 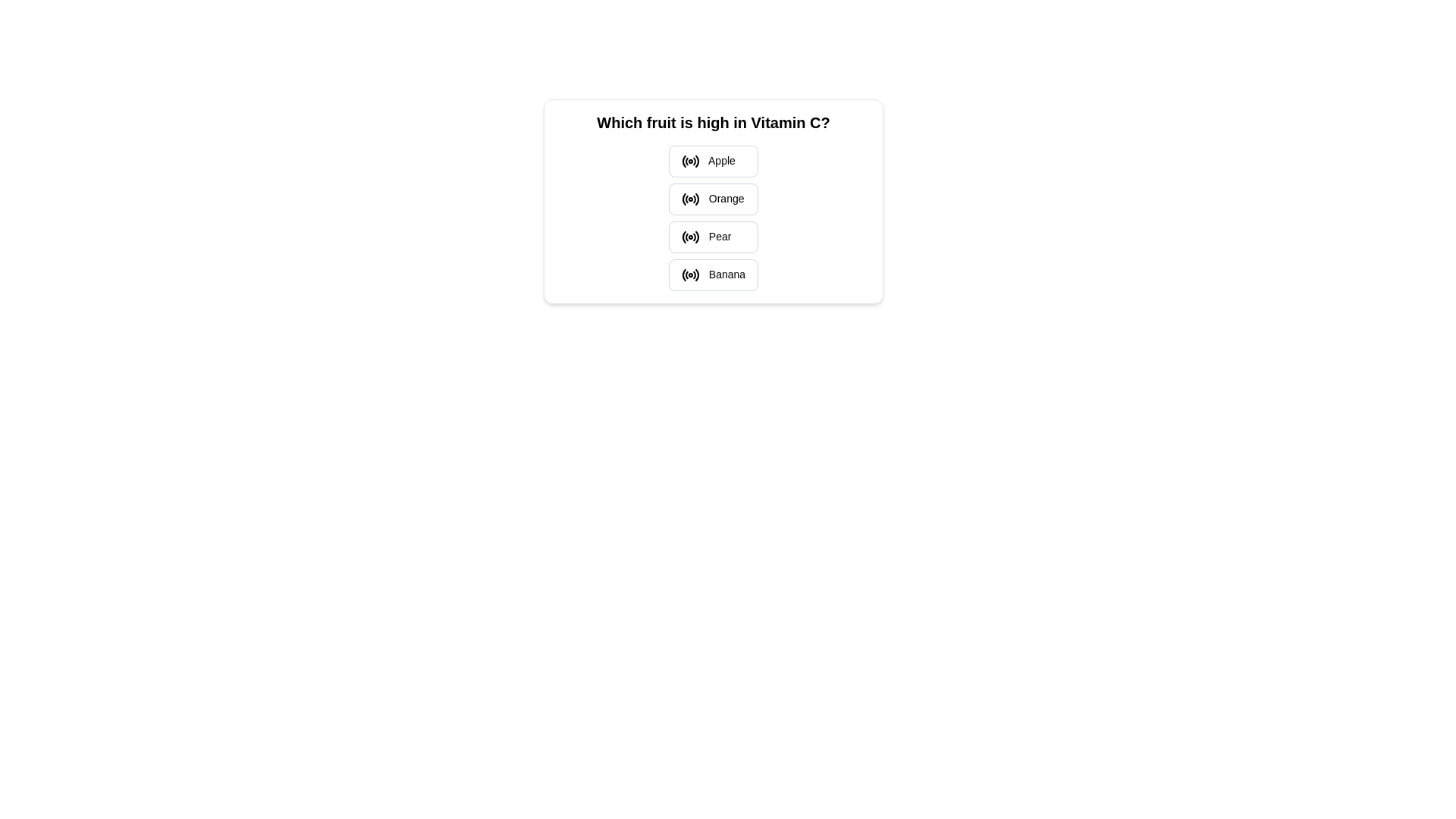 What do you see at coordinates (689, 198) in the screenshot?
I see `the circular icon representing the 'Orange' option in the multiple-choice question interface, which is located to the left of the text label 'Orange'` at bounding box center [689, 198].